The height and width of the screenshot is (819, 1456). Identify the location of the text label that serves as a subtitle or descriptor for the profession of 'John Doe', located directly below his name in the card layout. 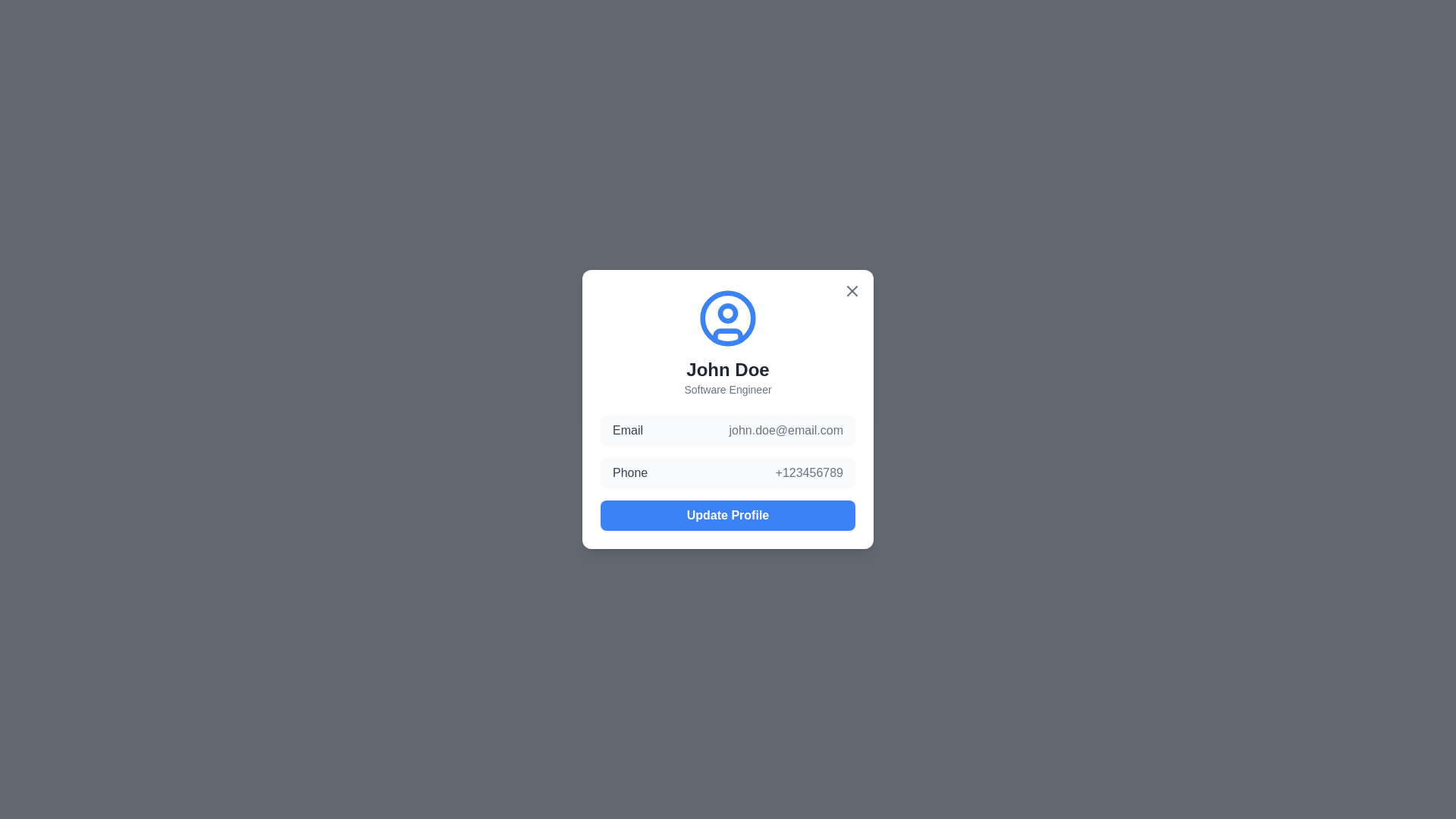
(728, 388).